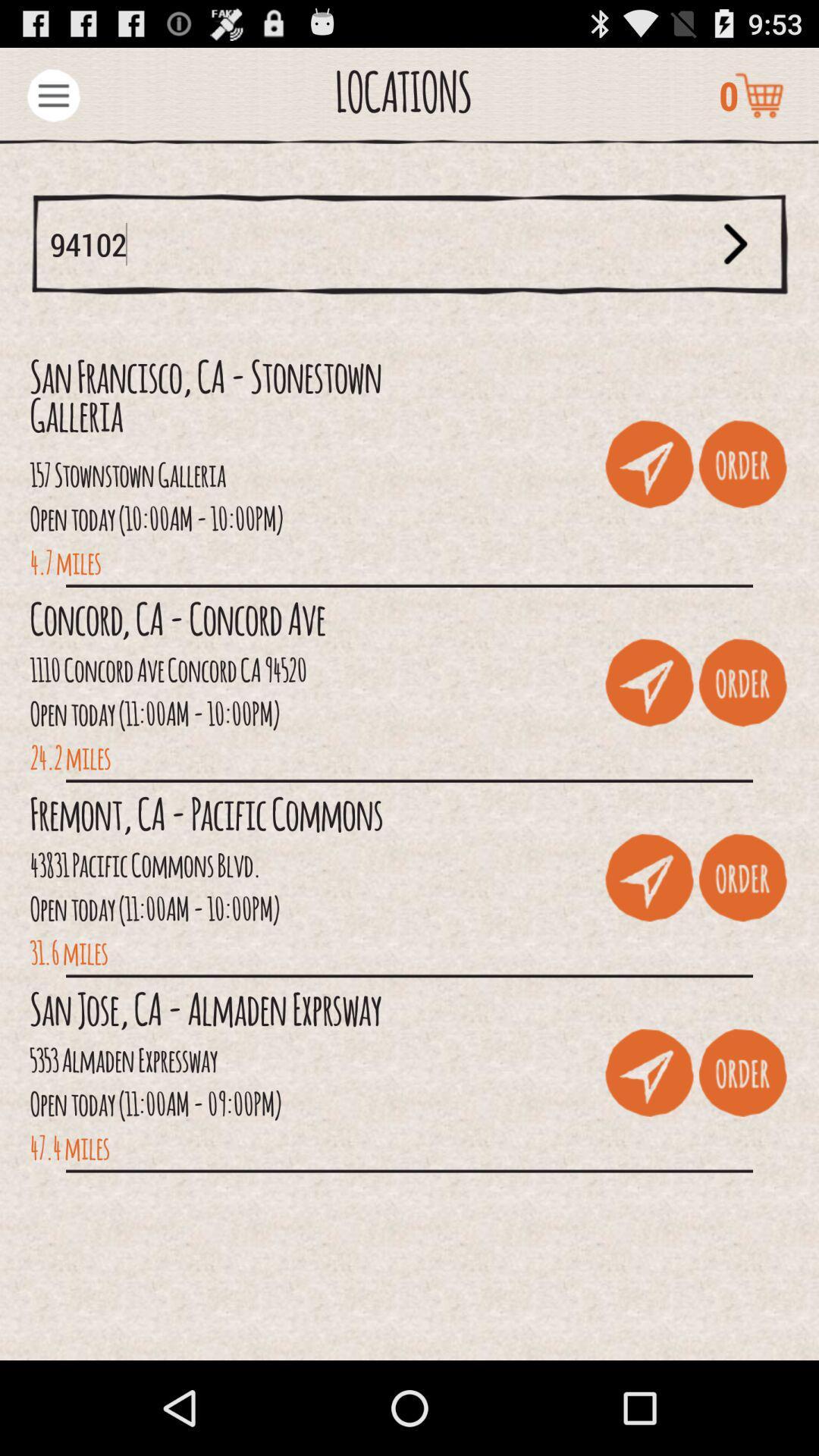 This screenshot has height=1456, width=819. Describe the element at coordinates (735, 244) in the screenshot. I see `search` at that location.